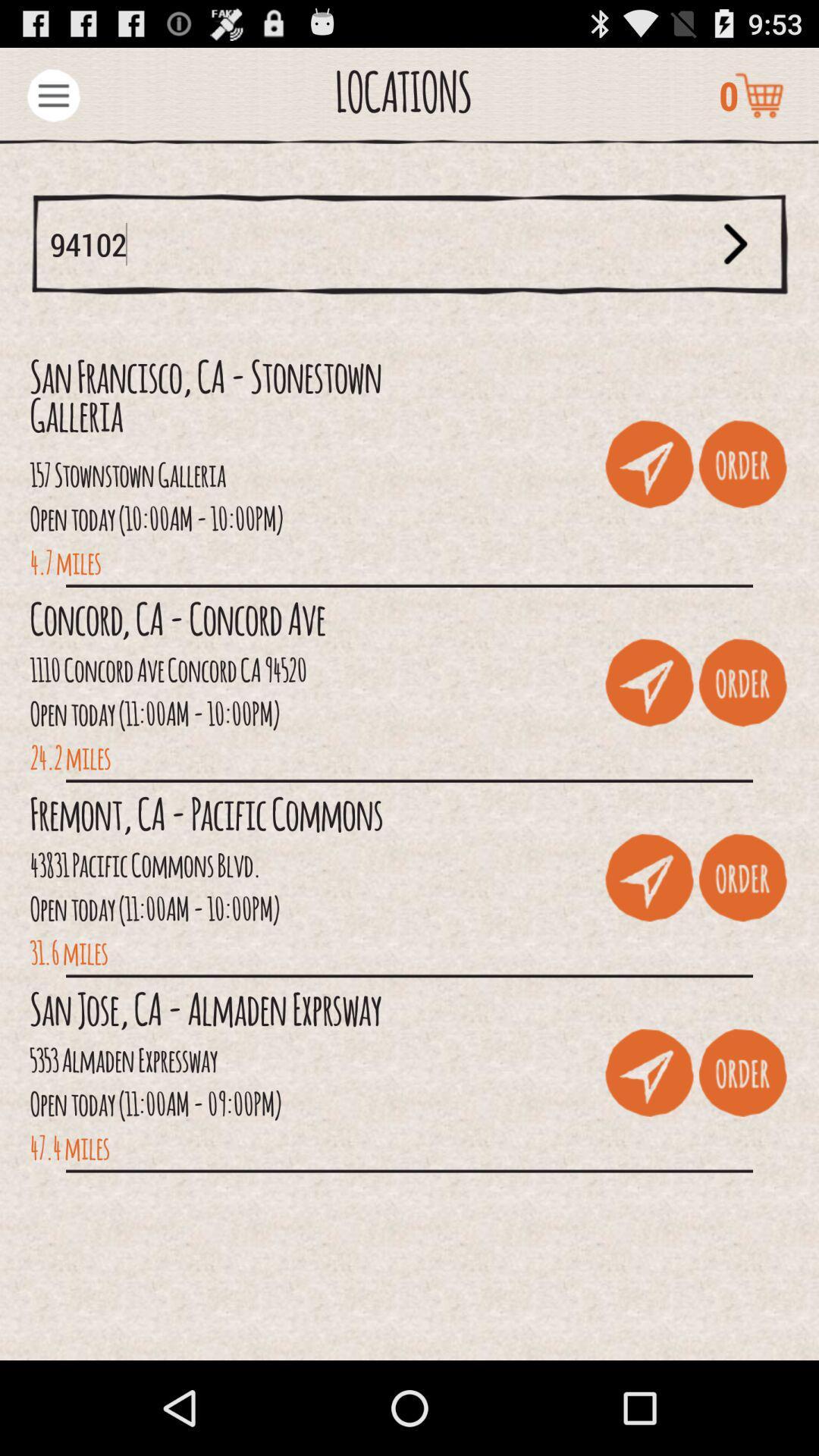 This screenshot has height=1456, width=819. Describe the element at coordinates (735, 244) in the screenshot. I see `search` at that location.